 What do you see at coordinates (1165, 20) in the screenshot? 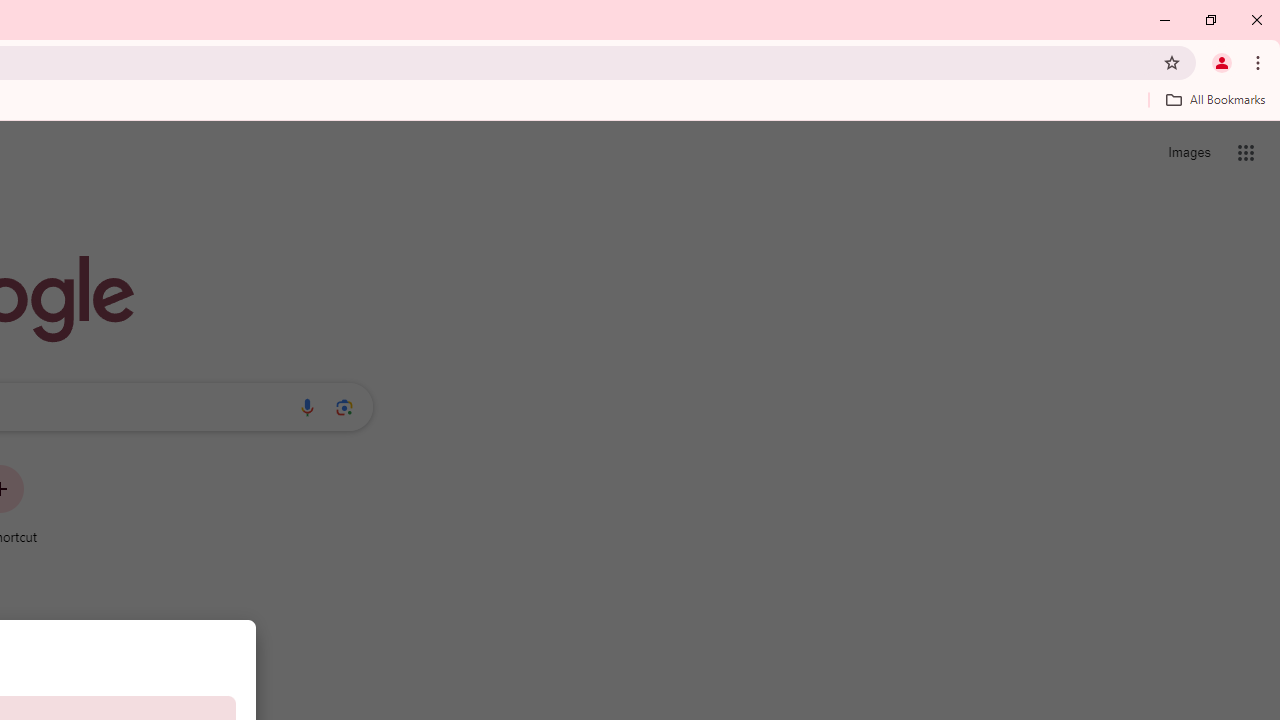
I see `'Minimize'` at bounding box center [1165, 20].